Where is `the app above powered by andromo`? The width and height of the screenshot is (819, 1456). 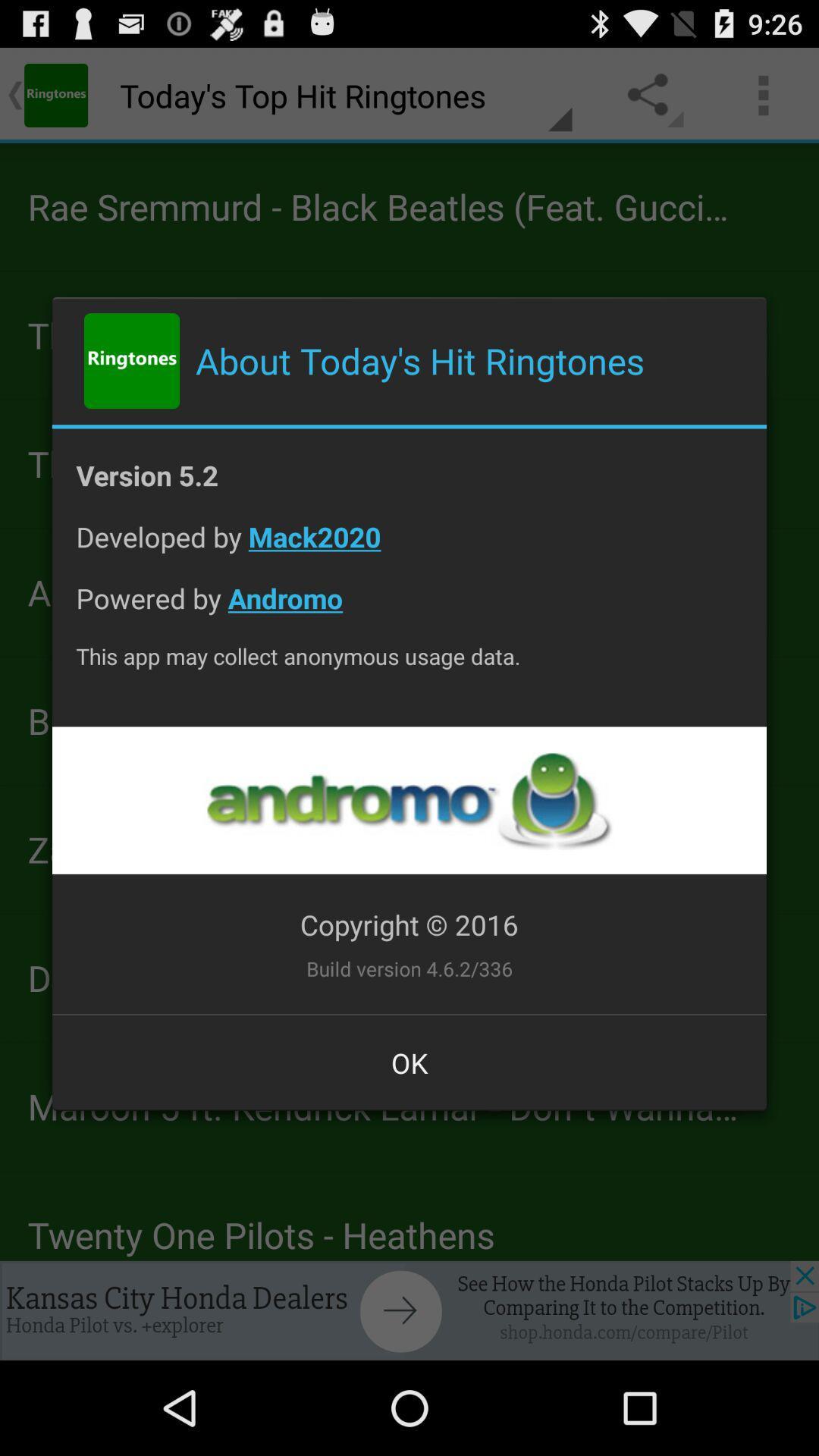 the app above powered by andromo is located at coordinates (409, 548).